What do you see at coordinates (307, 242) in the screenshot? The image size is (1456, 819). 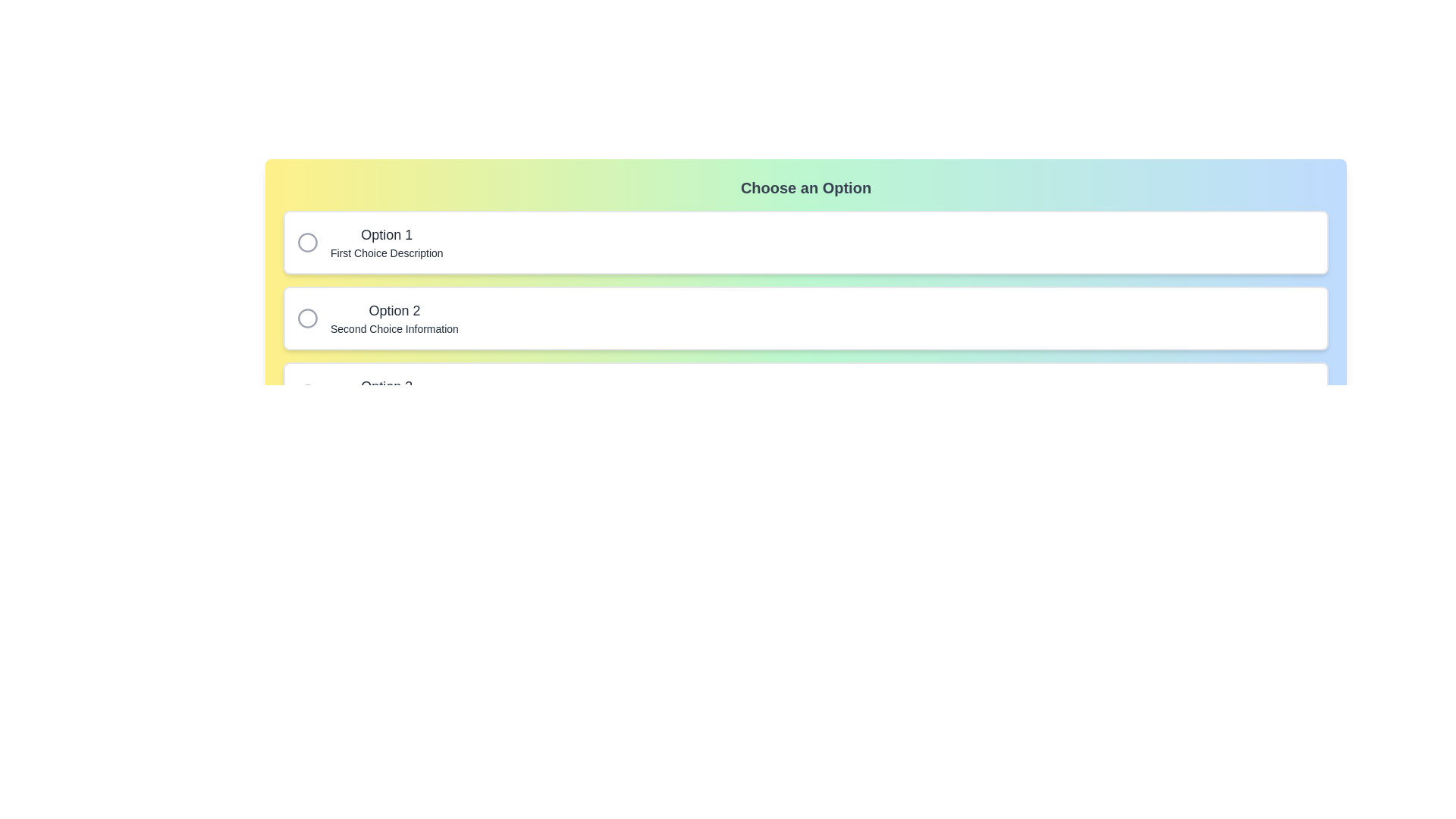 I see `the circular icon with a radius of 10 units, which is part of the first option in a vertical choice list, positioned slightly left of the text 'Option 1'` at bounding box center [307, 242].